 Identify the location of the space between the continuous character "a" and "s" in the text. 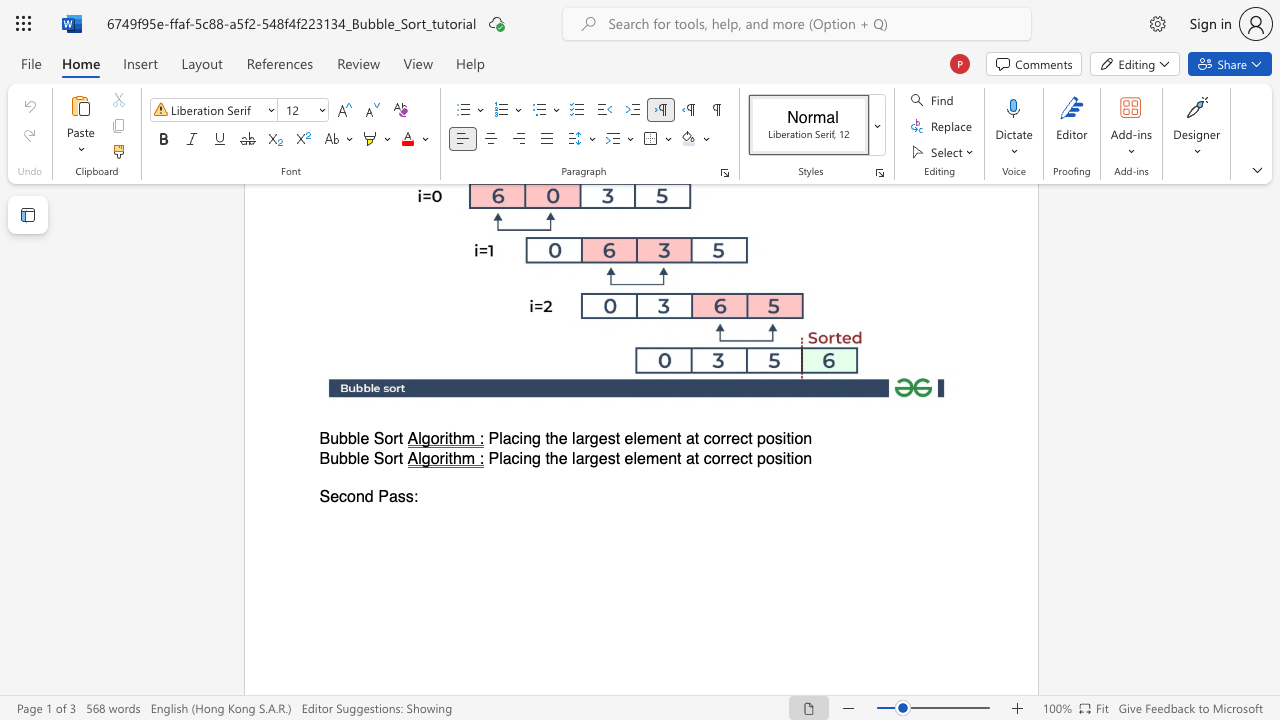
(397, 496).